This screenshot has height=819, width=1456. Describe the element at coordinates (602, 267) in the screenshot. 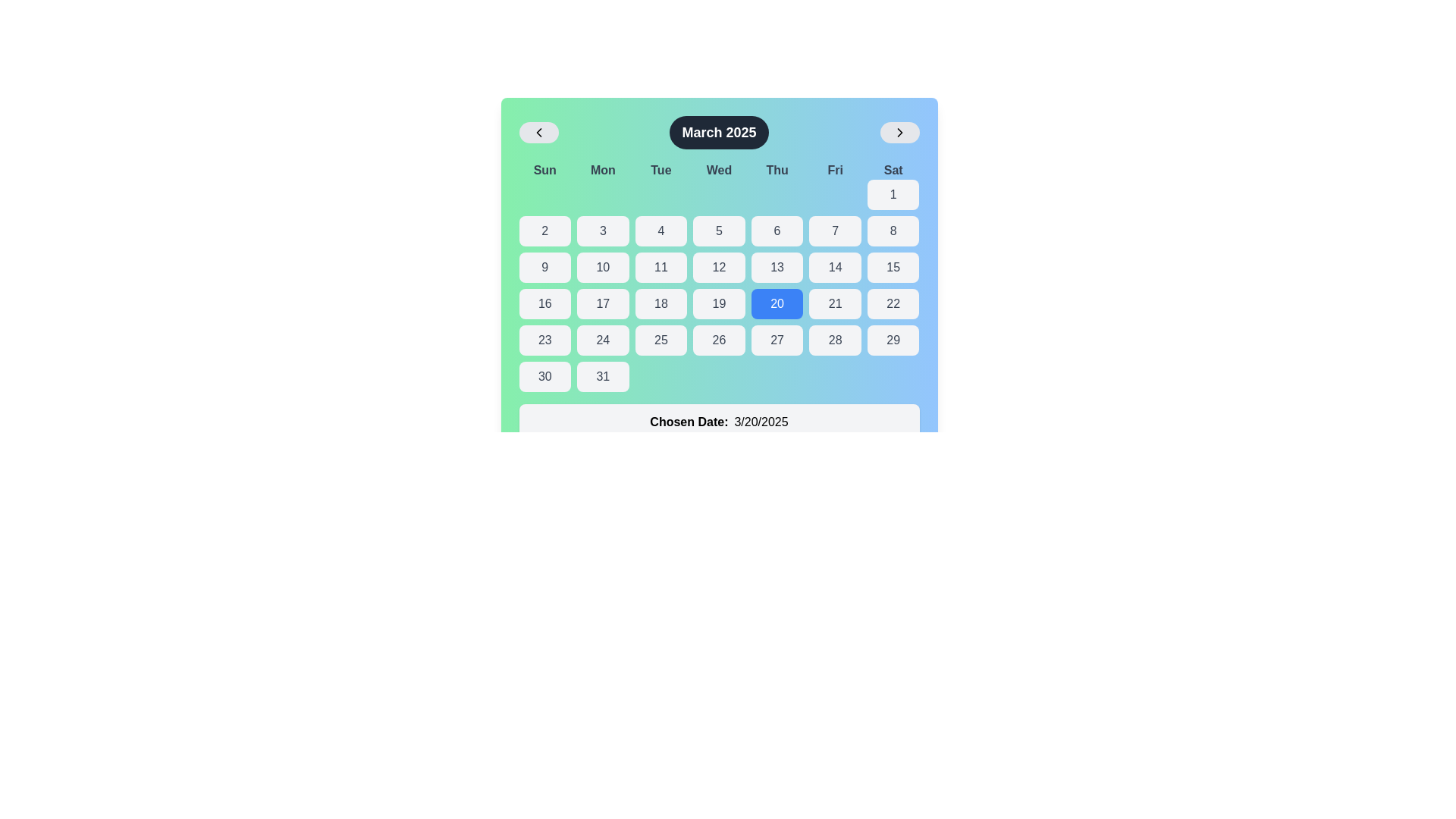

I see `the button representing the 10th day` at that location.